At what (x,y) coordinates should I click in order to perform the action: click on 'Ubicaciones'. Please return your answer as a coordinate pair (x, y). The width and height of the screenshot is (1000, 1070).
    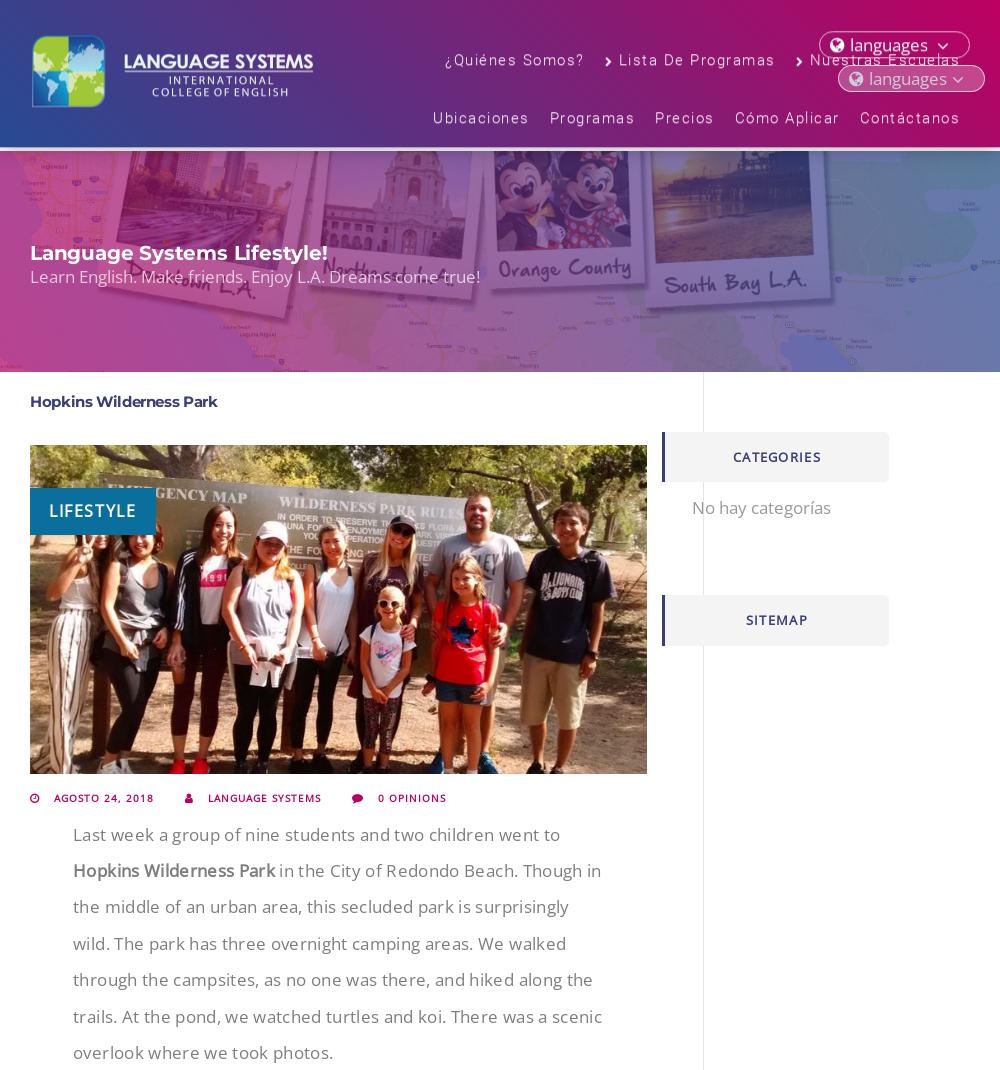
    Looking at the image, I should click on (480, 121).